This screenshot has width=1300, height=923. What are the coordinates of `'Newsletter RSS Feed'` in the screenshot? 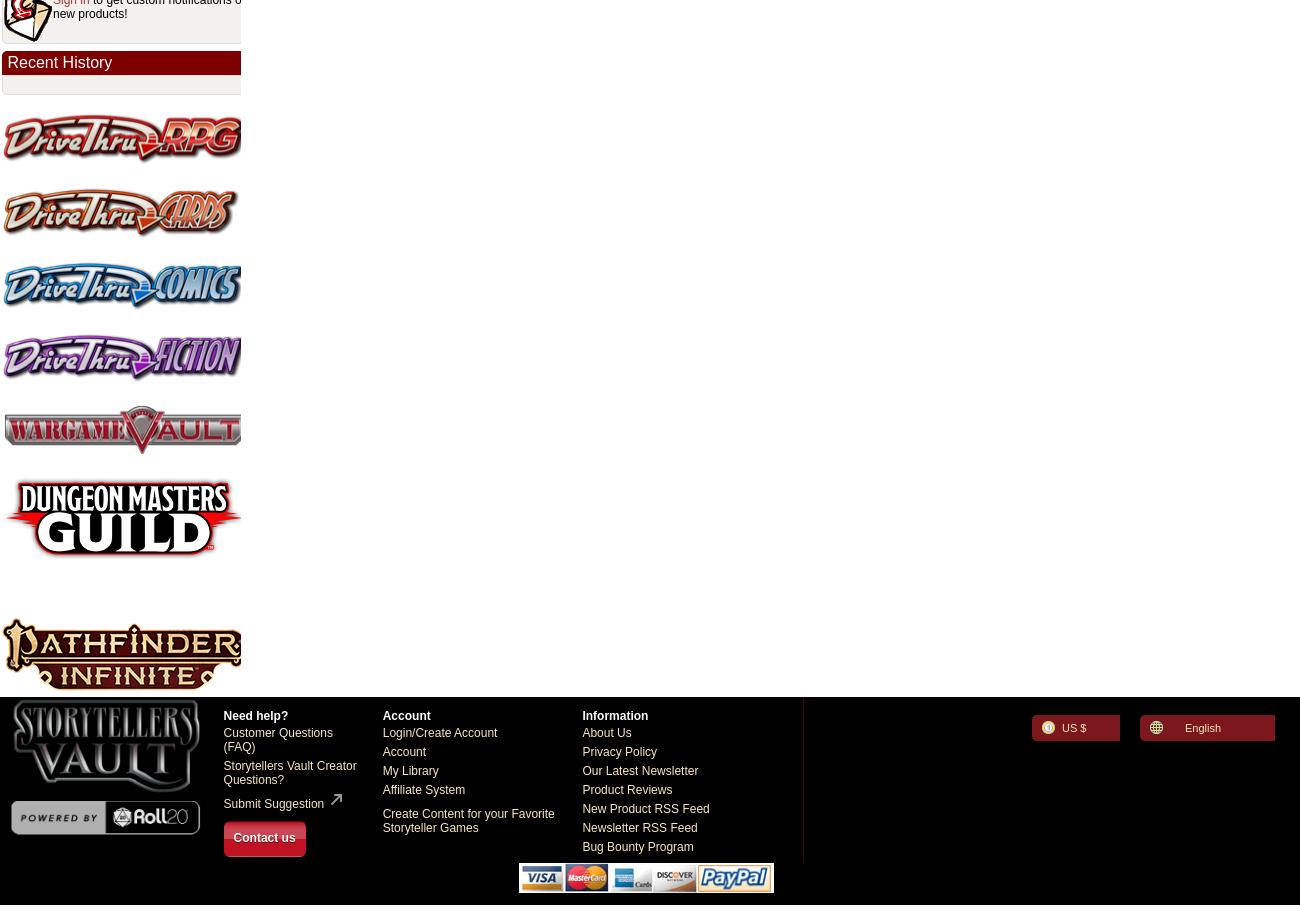 It's located at (639, 827).